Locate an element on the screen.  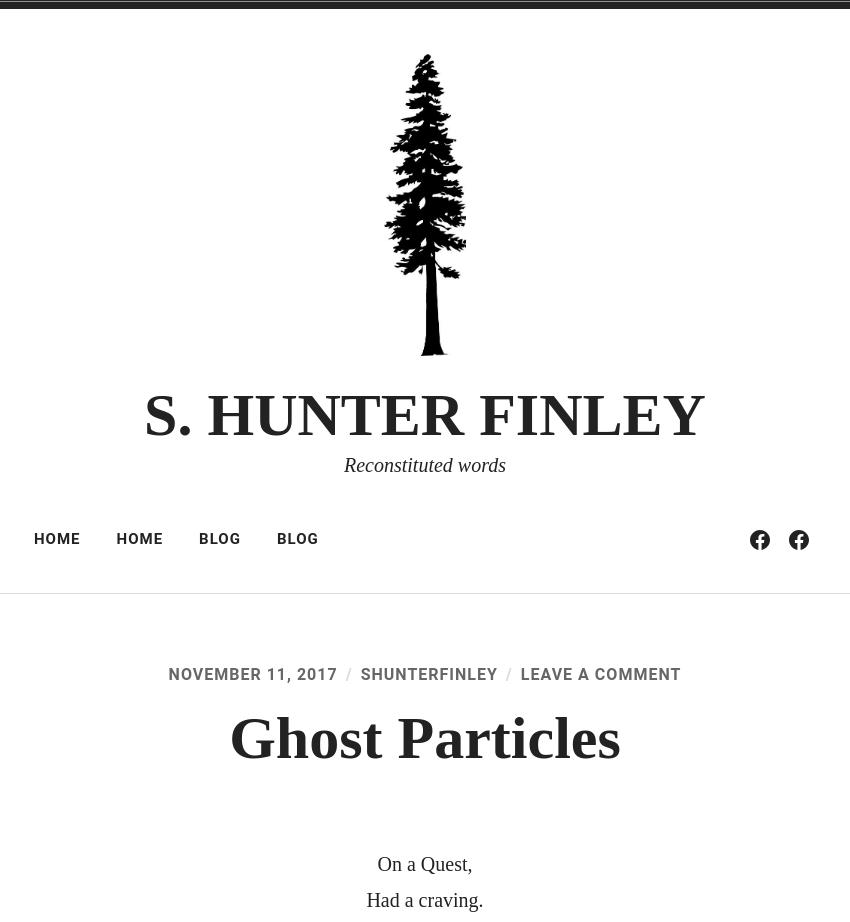
'shunterfinley' is located at coordinates (358, 674).